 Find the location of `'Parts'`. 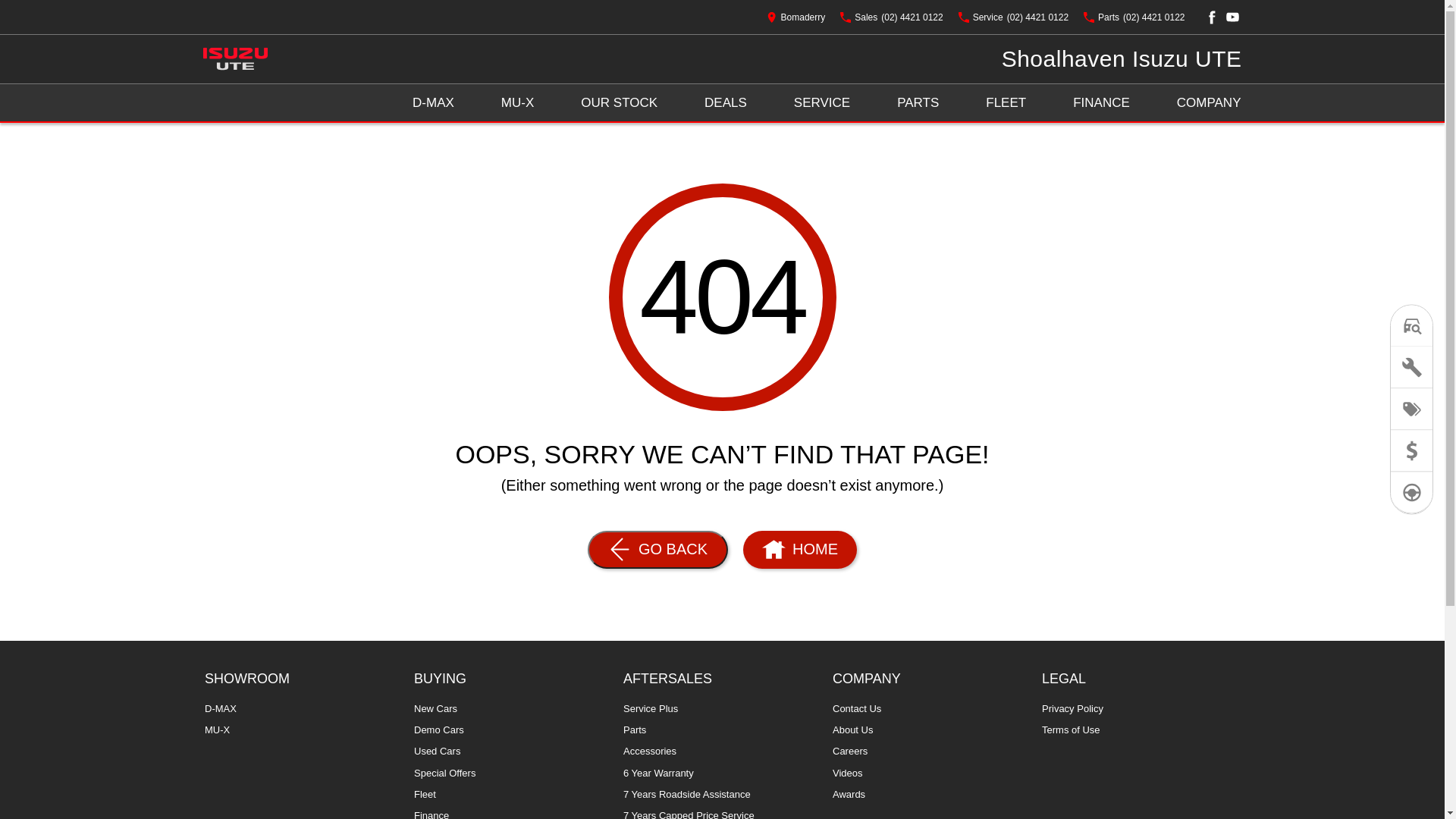

'Parts' is located at coordinates (634, 733).